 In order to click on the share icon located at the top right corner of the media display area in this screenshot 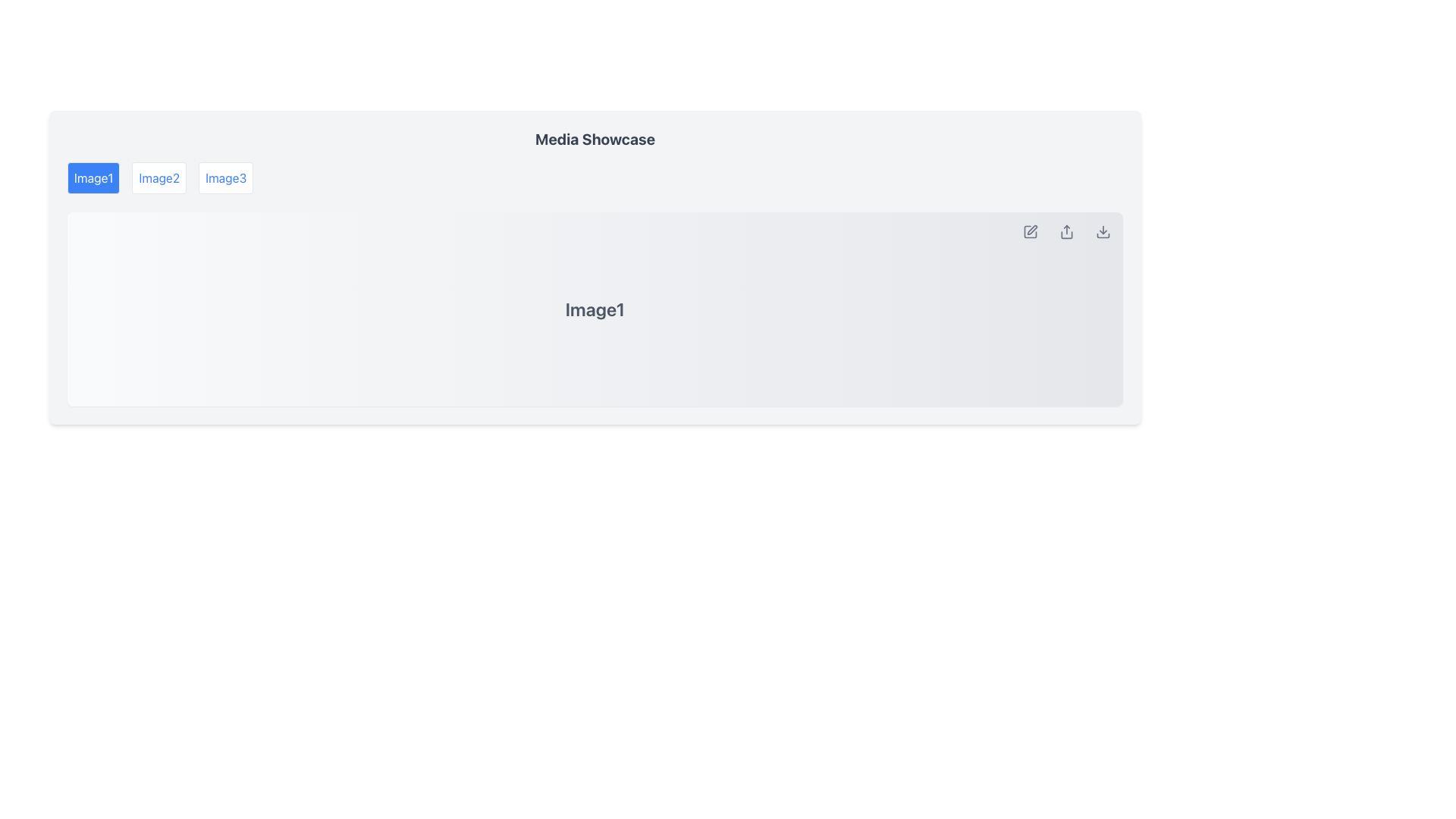, I will do `click(1065, 231)`.